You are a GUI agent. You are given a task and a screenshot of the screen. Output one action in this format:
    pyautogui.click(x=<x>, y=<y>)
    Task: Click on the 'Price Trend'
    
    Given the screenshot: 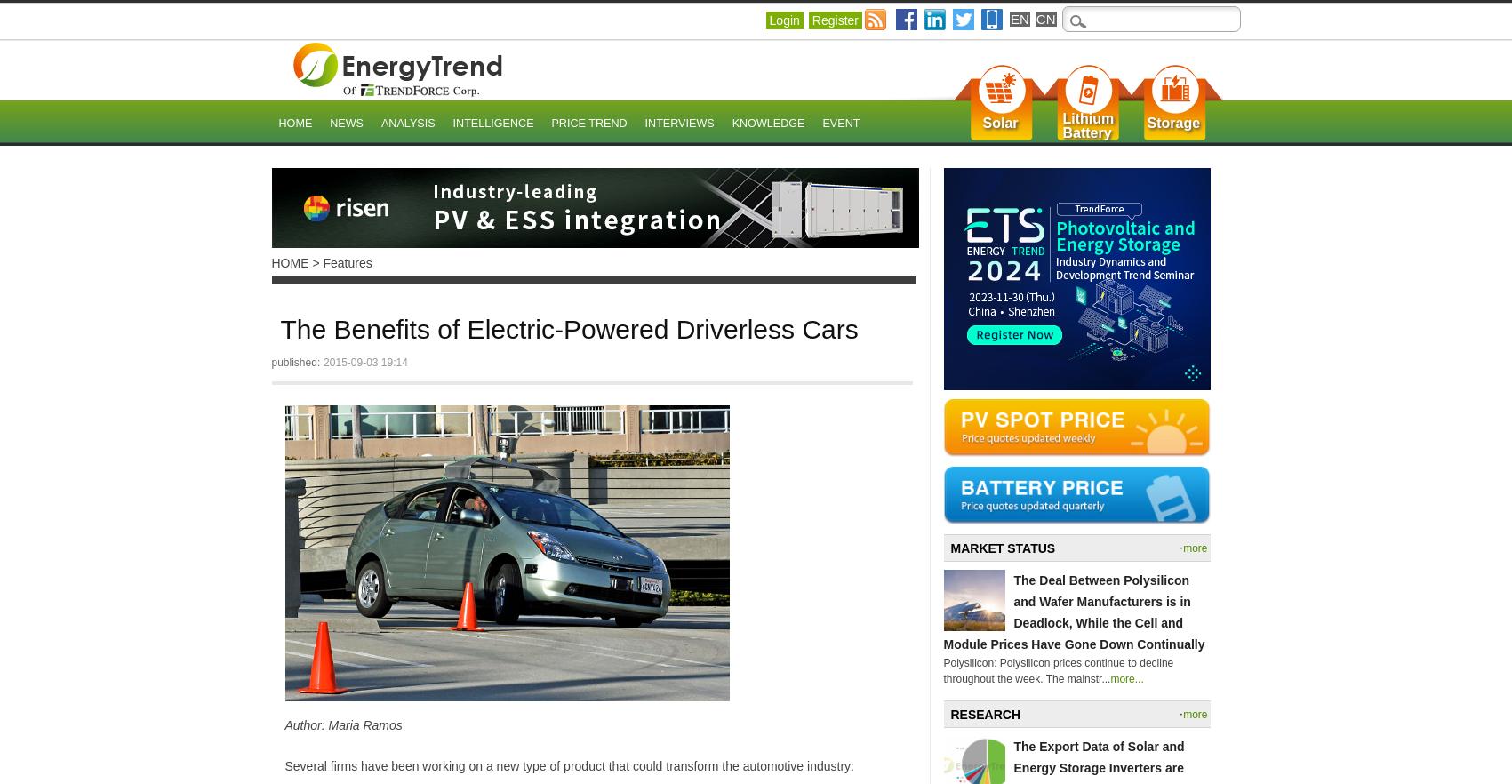 What is the action you would take?
    pyautogui.click(x=588, y=124)
    